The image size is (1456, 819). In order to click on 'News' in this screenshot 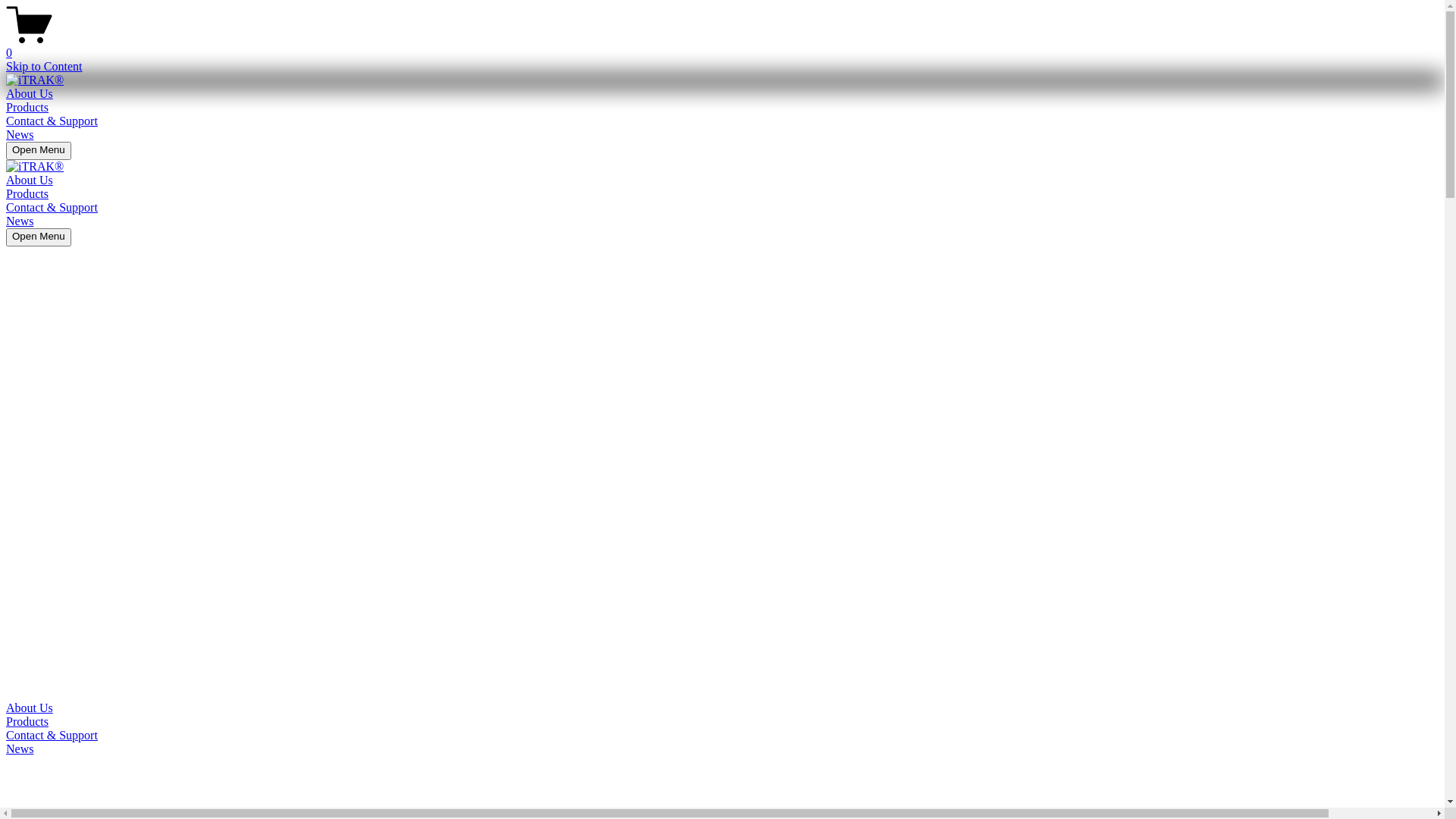, I will do `click(19, 133)`.